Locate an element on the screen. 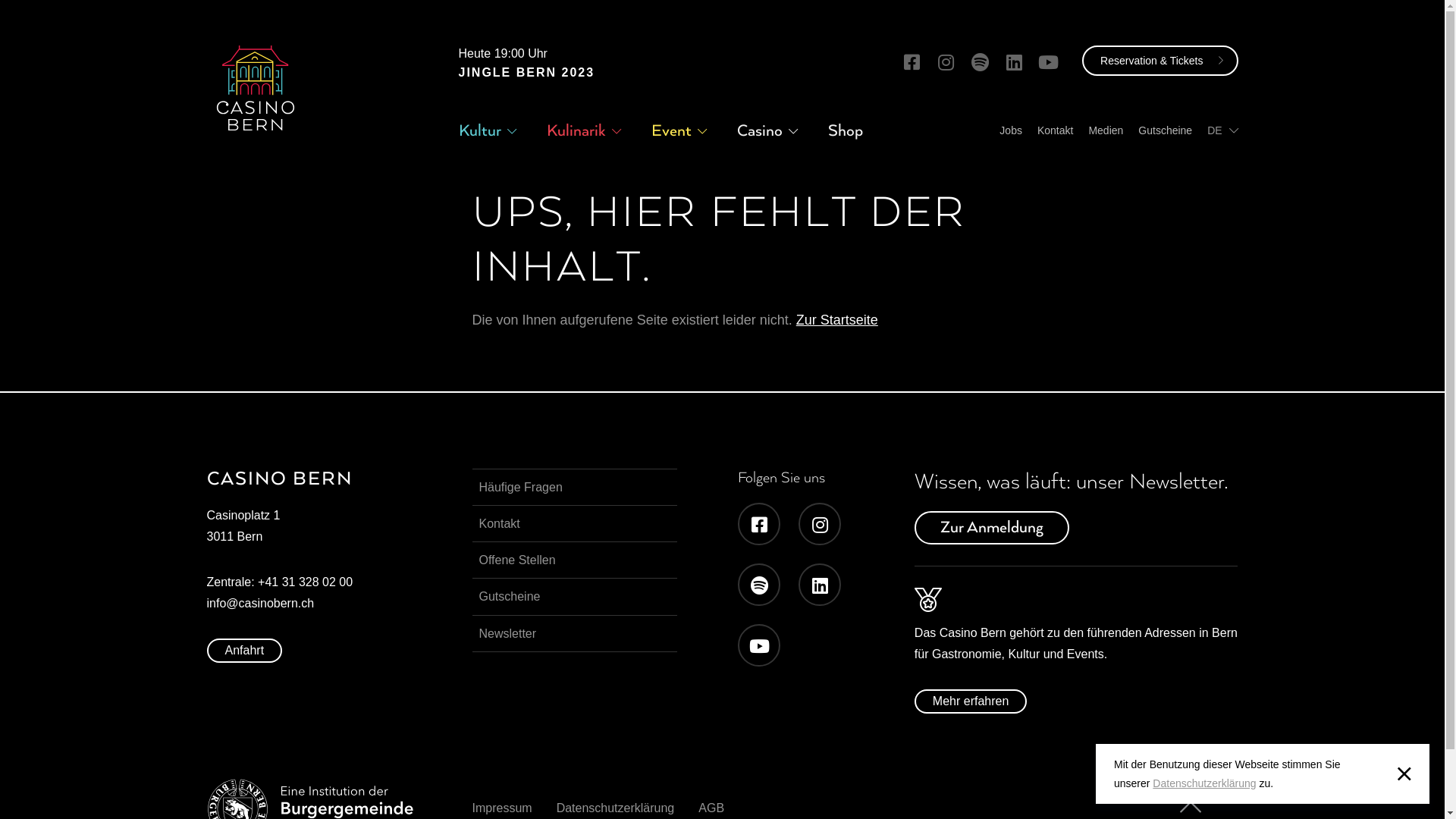 The width and height of the screenshot is (1456, 819). '+41 31 328 02 00' is located at coordinates (304, 581).